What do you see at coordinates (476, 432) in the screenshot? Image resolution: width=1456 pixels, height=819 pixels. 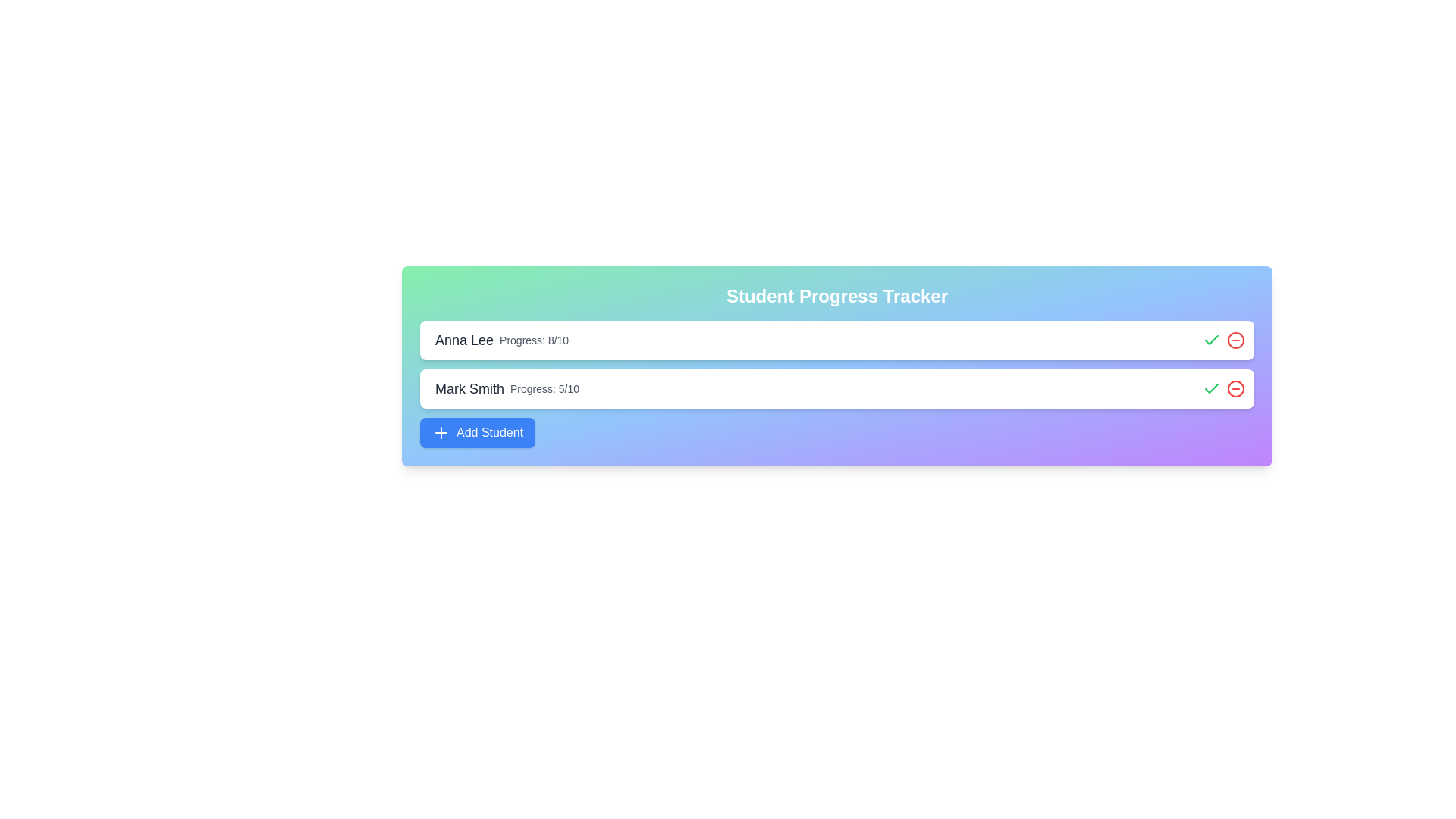 I see `the 'Add Student' button to add a new student to the list` at bounding box center [476, 432].